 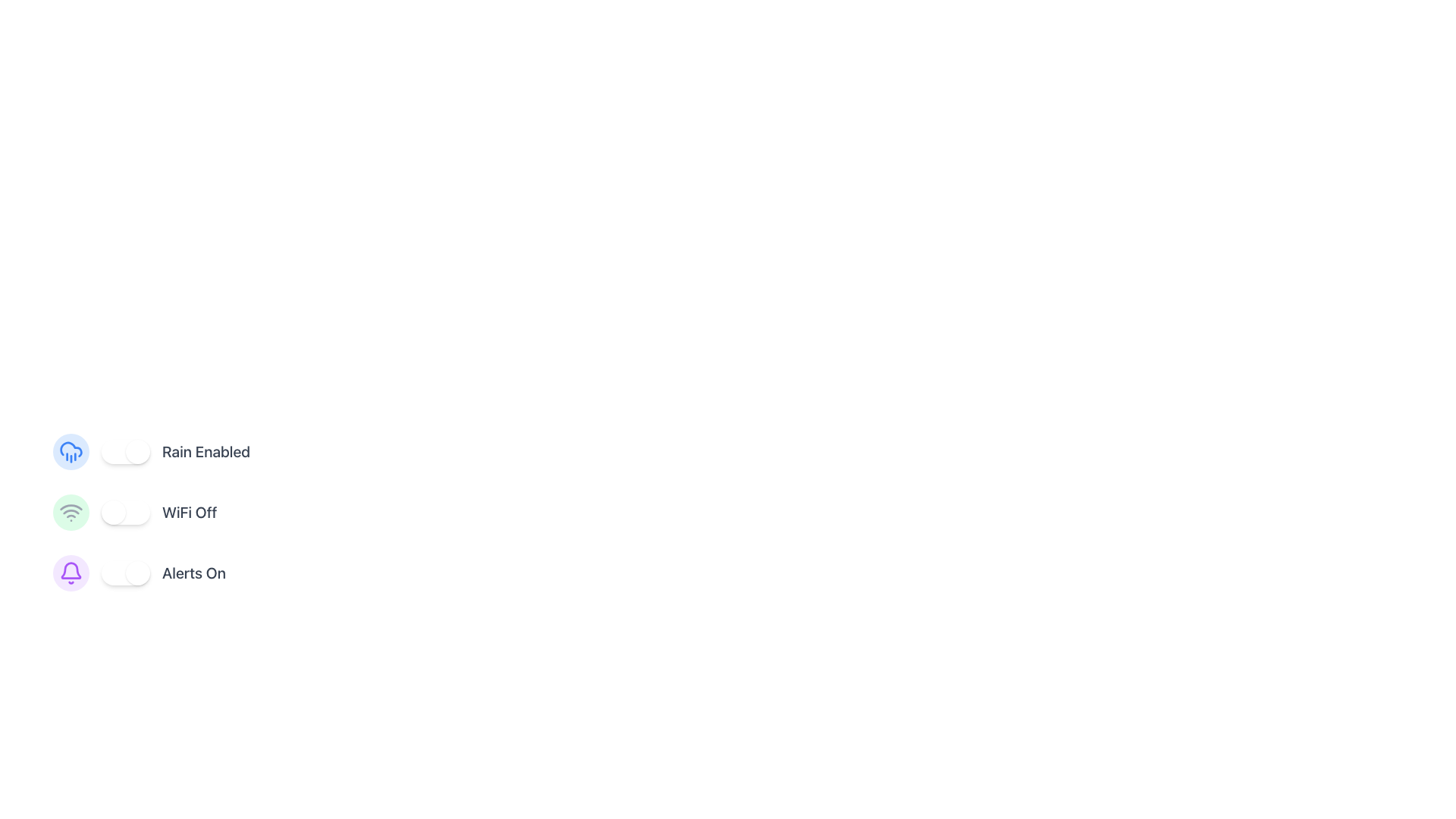 What do you see at coordinates (71, 507) in the screenshot?
I see `the second segment of the WiFi icon, which is part of an SVG graphic representation of a WiFi signal, located next to the 'WiFi Off' label` at bounding box center [71, 507].